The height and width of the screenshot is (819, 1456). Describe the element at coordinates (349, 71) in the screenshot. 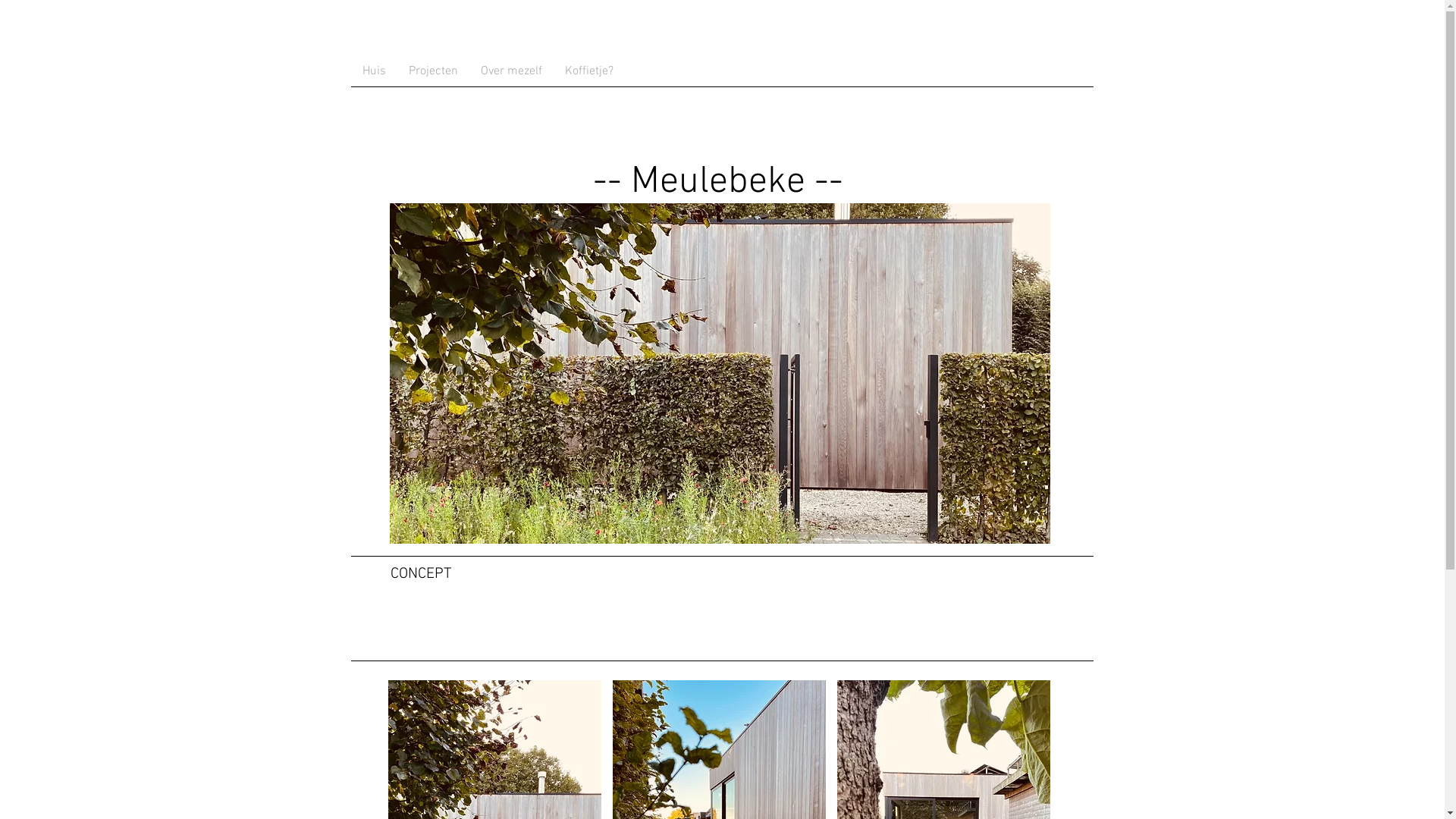

I see `'Huis'` at that location.